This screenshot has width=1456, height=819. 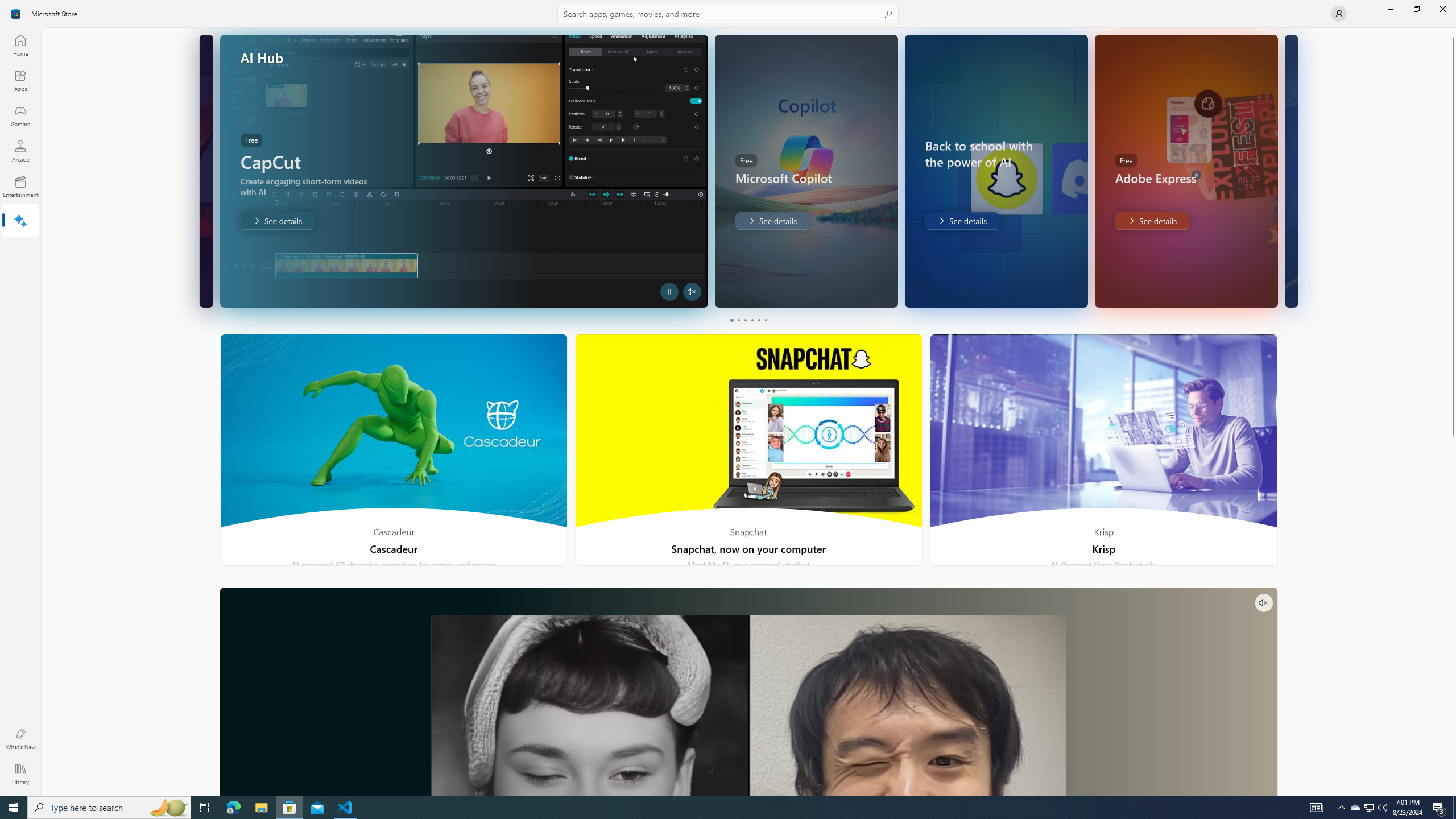 I want to click on 'Vertical Small Decrease', so click(x=1451, y=31).